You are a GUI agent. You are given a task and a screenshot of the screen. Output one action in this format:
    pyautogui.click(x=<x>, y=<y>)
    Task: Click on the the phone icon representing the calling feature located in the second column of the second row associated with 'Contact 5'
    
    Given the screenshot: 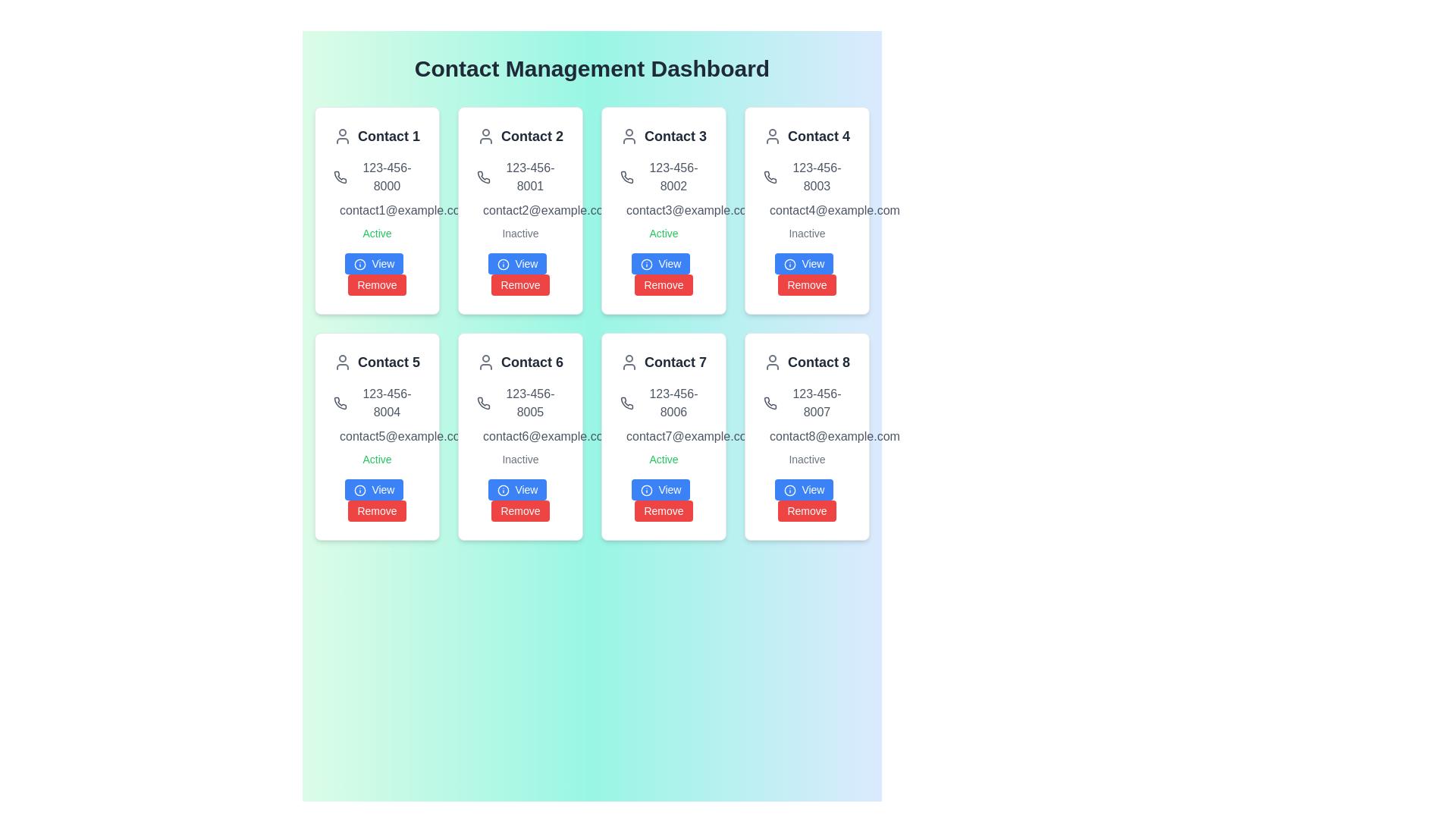 What is the action you would take?
    pyautogui.click(x=339, y=403)
    